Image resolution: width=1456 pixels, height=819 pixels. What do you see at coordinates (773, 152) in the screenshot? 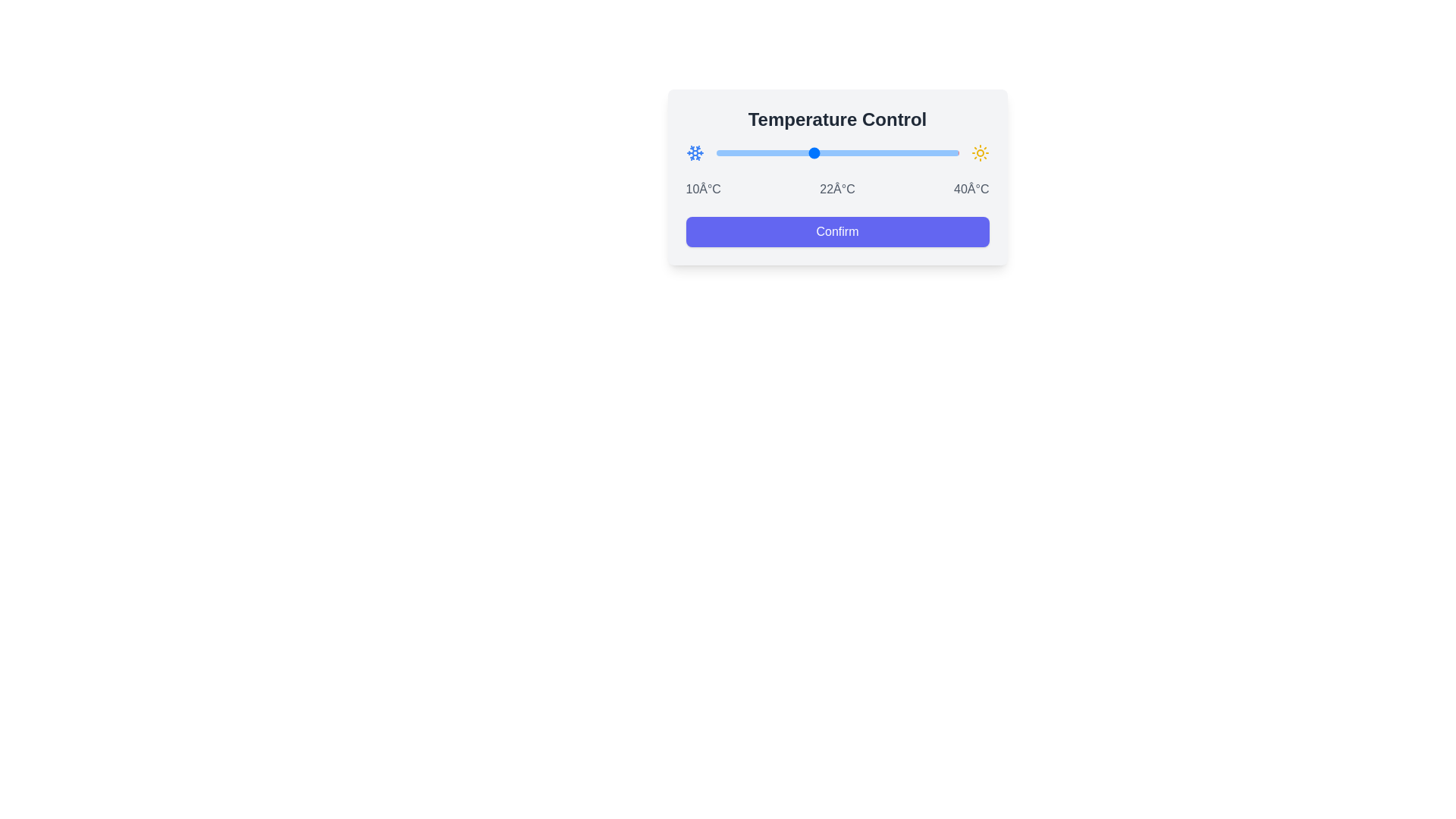
I see `the temperature slider to set the temperature to 17°C` at bounding box center [773, 152].